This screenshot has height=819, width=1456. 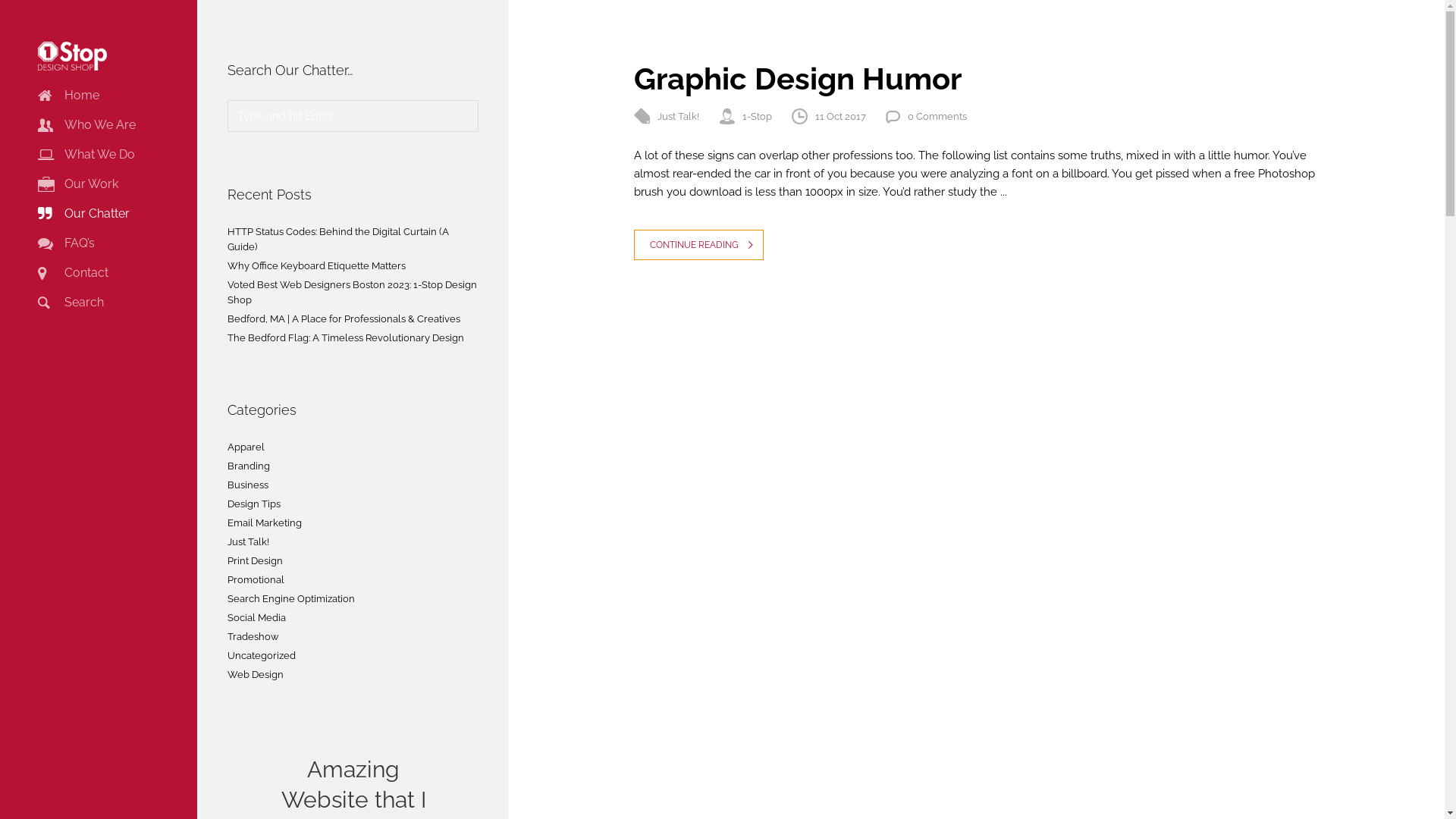 I want to click on 'Email Marketing', so click(x=265, y=522).